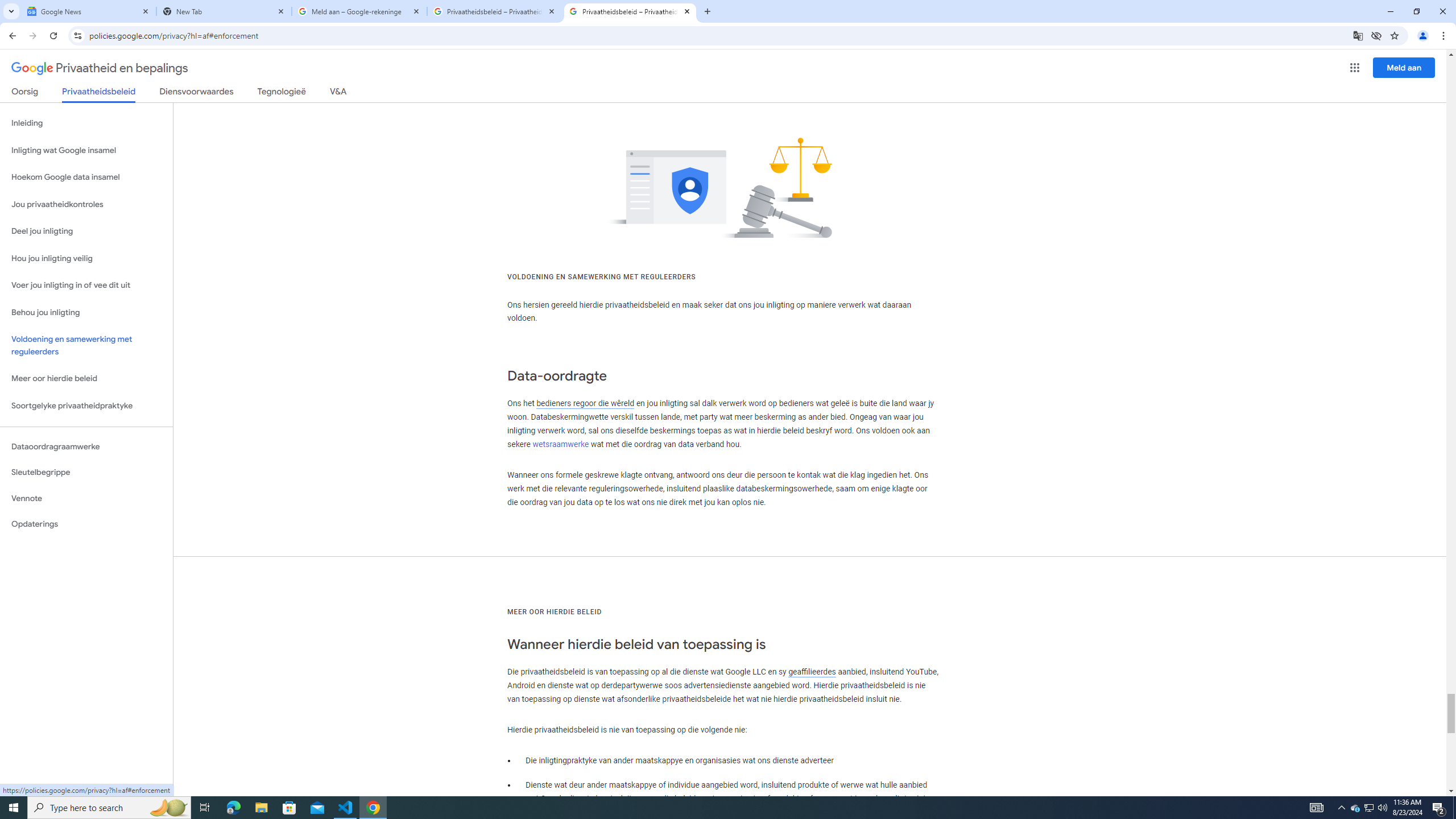 This screenshot has width=1456, height=819. What do you see at coordinates (86, 150) in the screenshot?
I see `'Inligting wat Google insamel'` at bounding box center [86, 150].